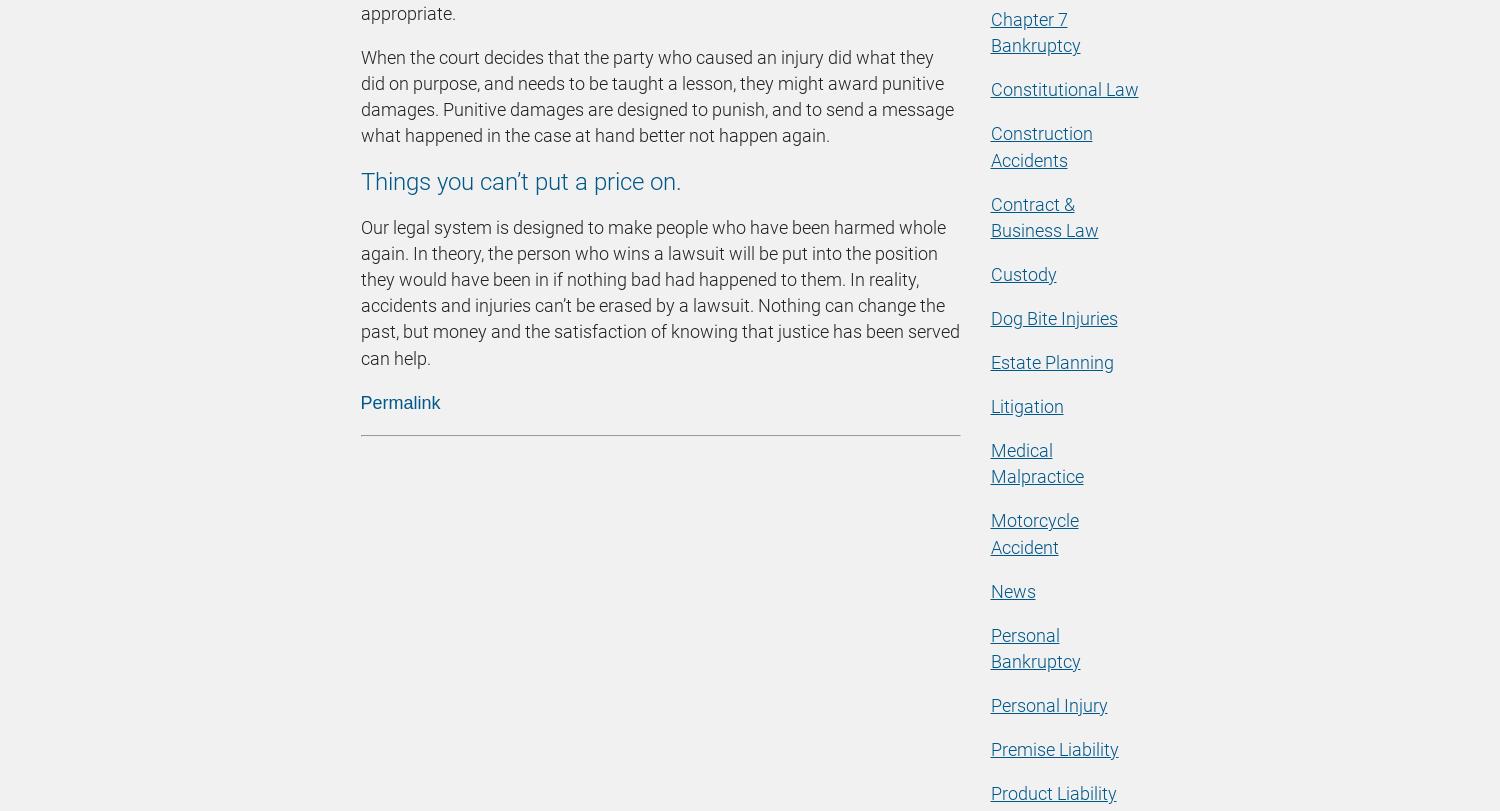 The width and height of the screenshot is (1500, 811). Describe the element at coordinates (1012, 589) in the screenshot. I see `'News'` at that location.